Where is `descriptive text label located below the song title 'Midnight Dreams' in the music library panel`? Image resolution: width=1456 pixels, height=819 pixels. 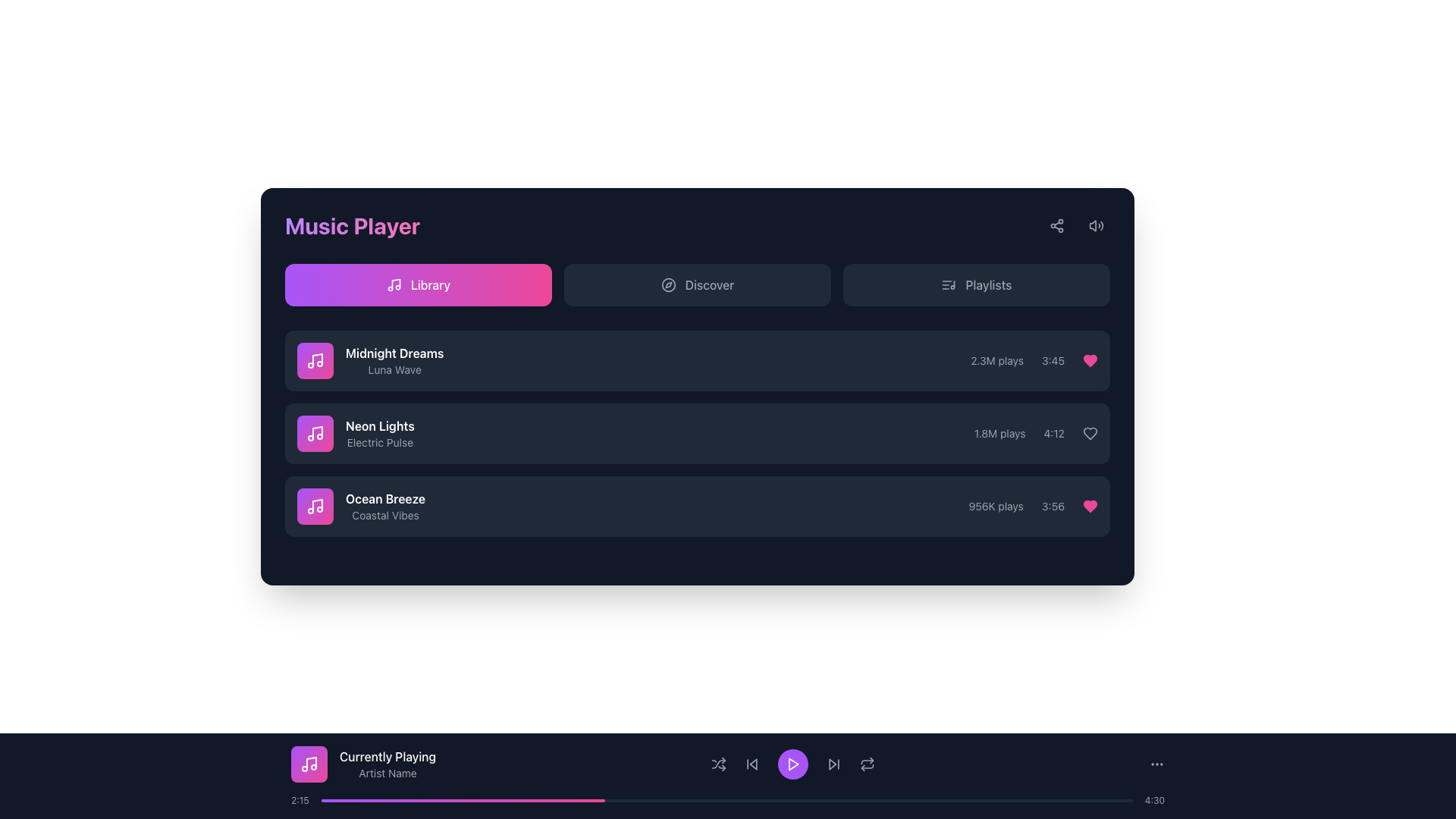
descriptive text label located below the song title 'Midnight Dreams' in the music library panel is located at coordinates (394, 370).